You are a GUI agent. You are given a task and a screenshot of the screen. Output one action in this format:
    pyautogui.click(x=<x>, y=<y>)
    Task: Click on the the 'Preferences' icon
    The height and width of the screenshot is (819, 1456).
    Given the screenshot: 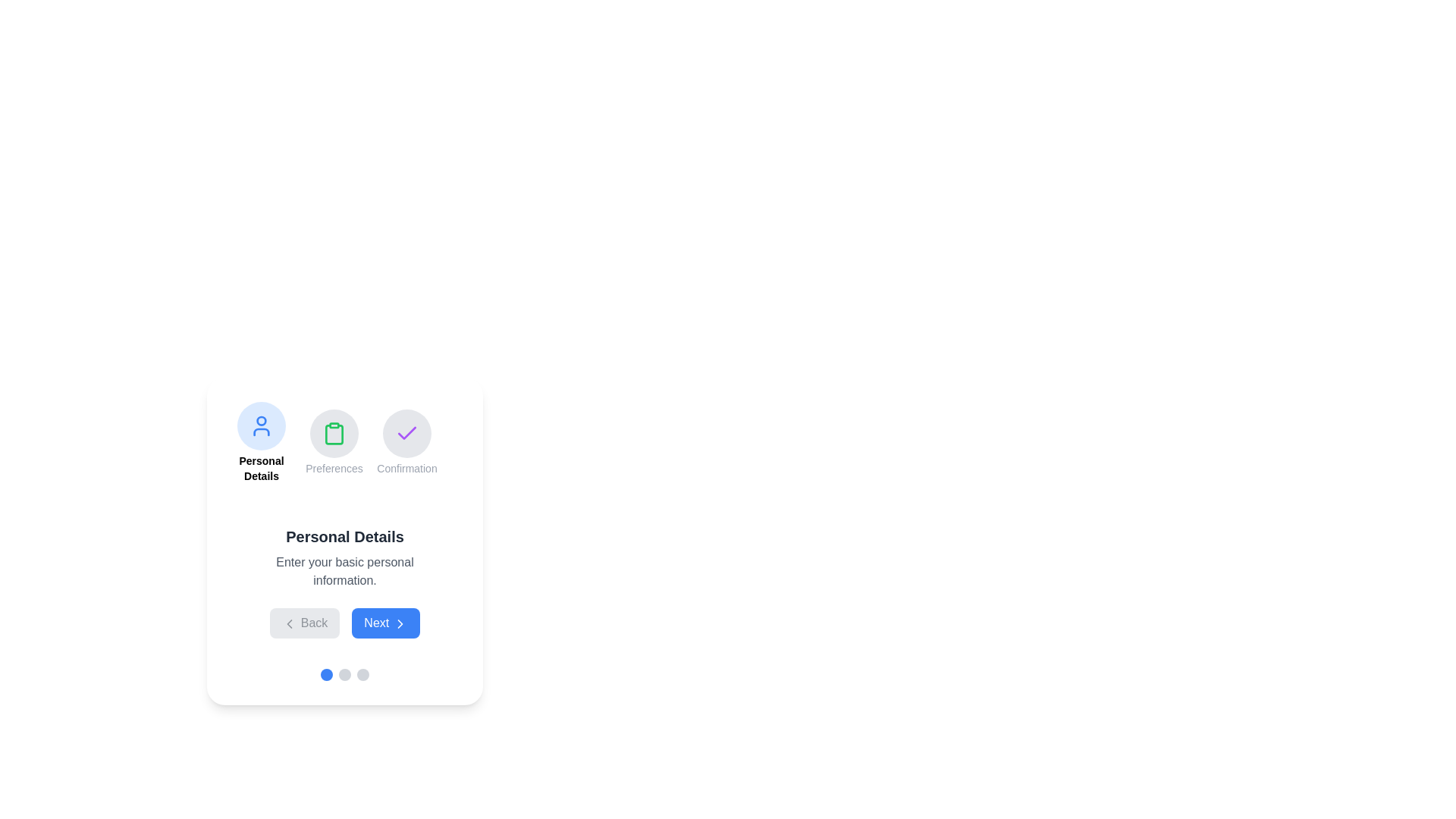 What is the action you would take?
    pyautogui.click(x=334, y=442)
    